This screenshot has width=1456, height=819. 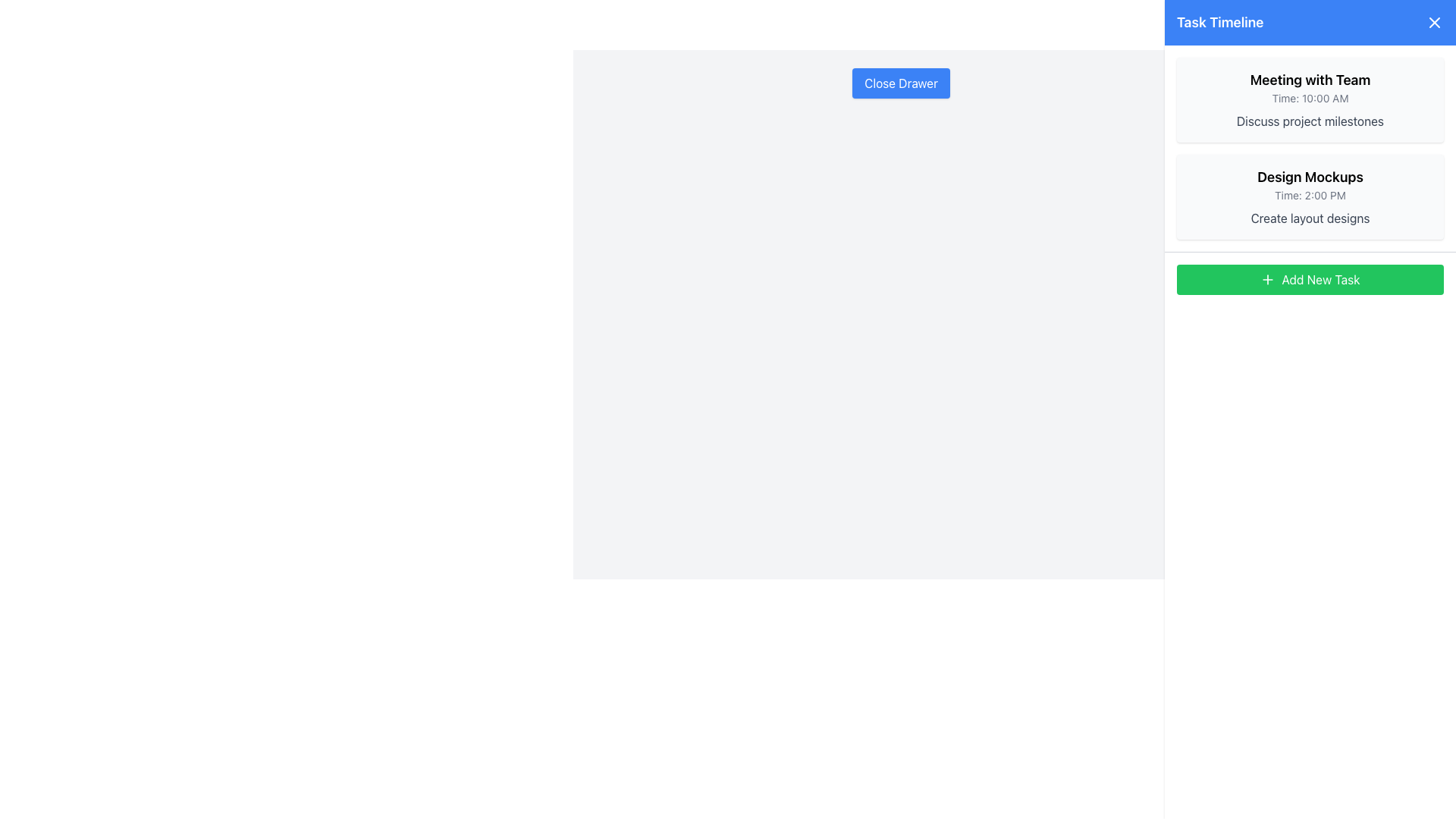 I want to click on bold text 'Design Mockups' which is prominently displayed in the task card located in the 'Task Timeline' section, so click(x=1310, y=177).